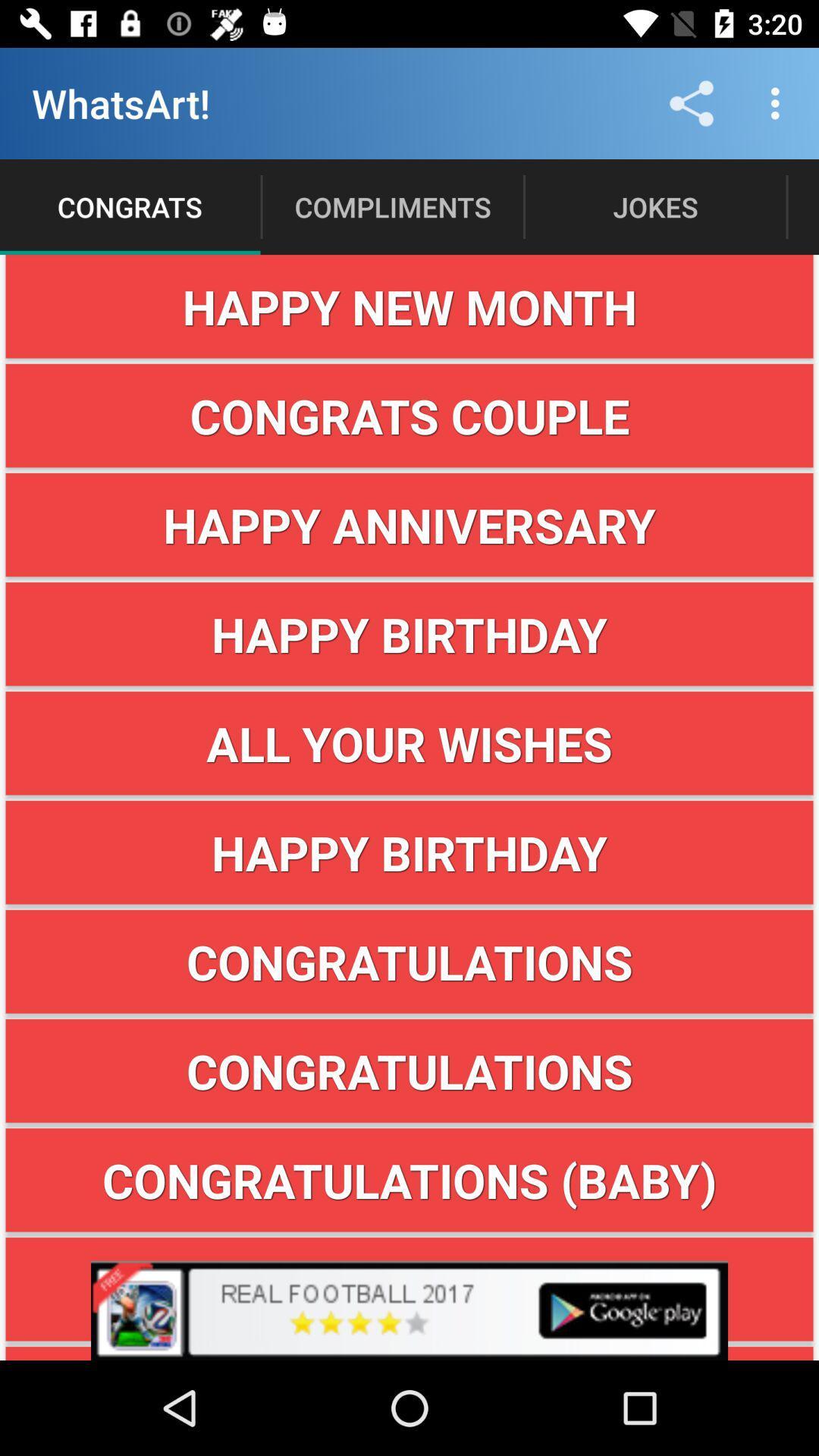 The image size is (819, 1456). I want to click on happy birthday, so click(409, 852).